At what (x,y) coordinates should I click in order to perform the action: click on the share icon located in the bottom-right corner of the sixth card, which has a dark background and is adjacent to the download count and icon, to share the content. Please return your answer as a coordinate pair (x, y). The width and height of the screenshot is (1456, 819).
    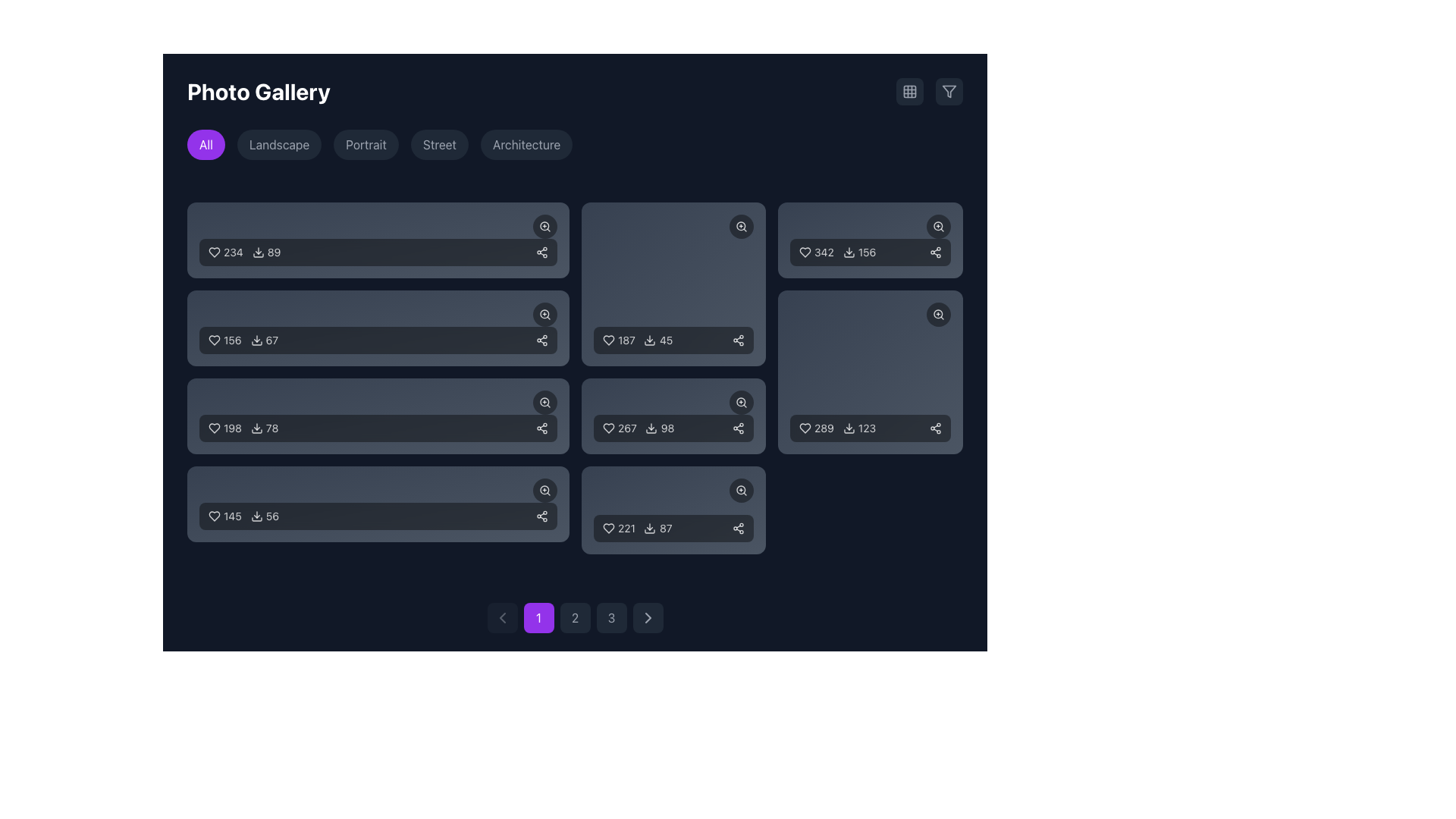
    Looking at the image, I should click on (739, 428).